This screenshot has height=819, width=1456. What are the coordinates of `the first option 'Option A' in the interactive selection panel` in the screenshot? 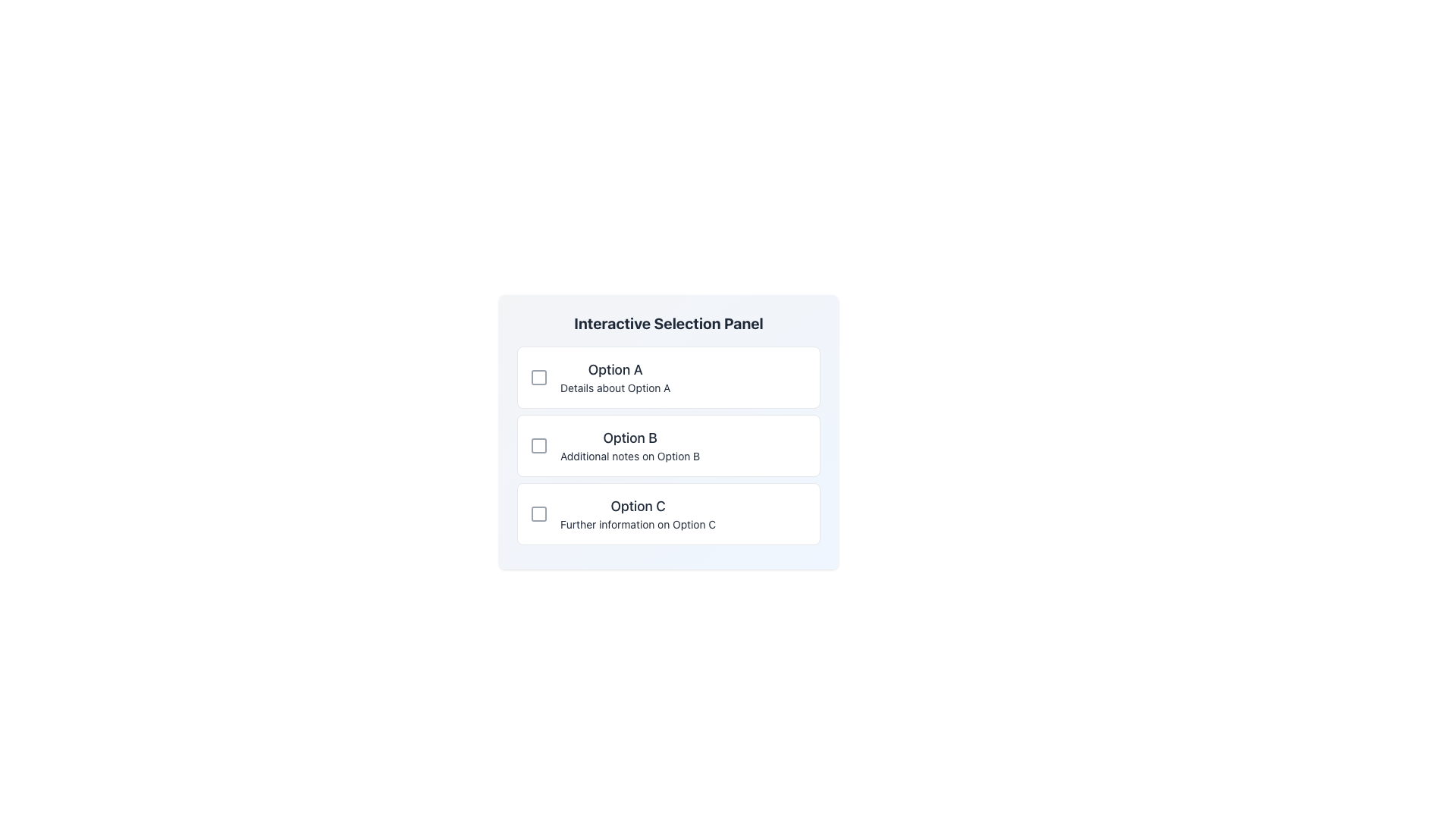 It's located at (615, 376).